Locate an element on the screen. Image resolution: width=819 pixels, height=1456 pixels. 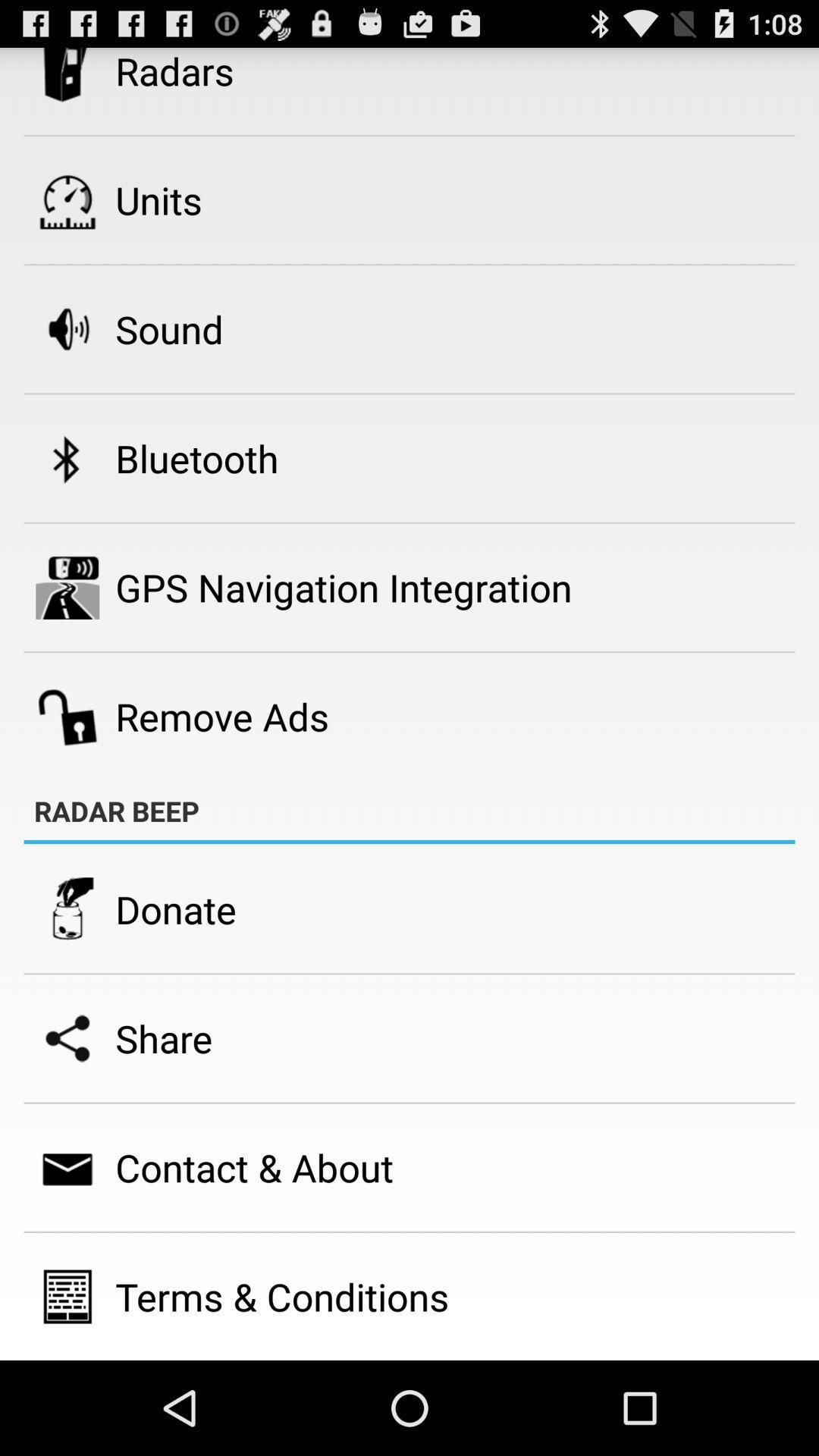
units item is located at coordinates (158, 199).